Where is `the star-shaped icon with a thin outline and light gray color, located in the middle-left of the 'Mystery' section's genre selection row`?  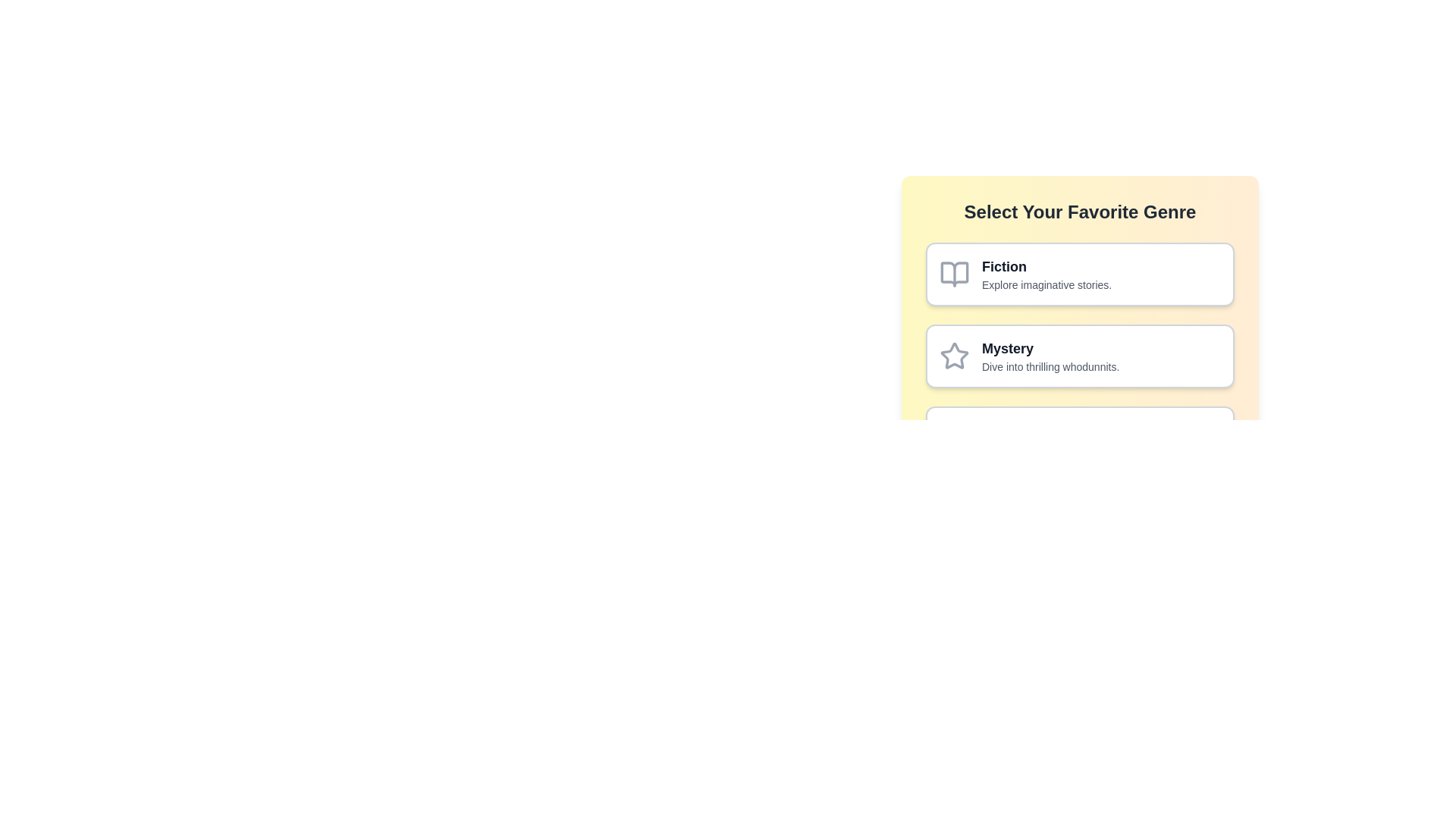 the star-shaped icon with a thin outline and light gray color, located in the middle-left of the 'Mystery' section's genre selection row is located at coordinates (953, 356).